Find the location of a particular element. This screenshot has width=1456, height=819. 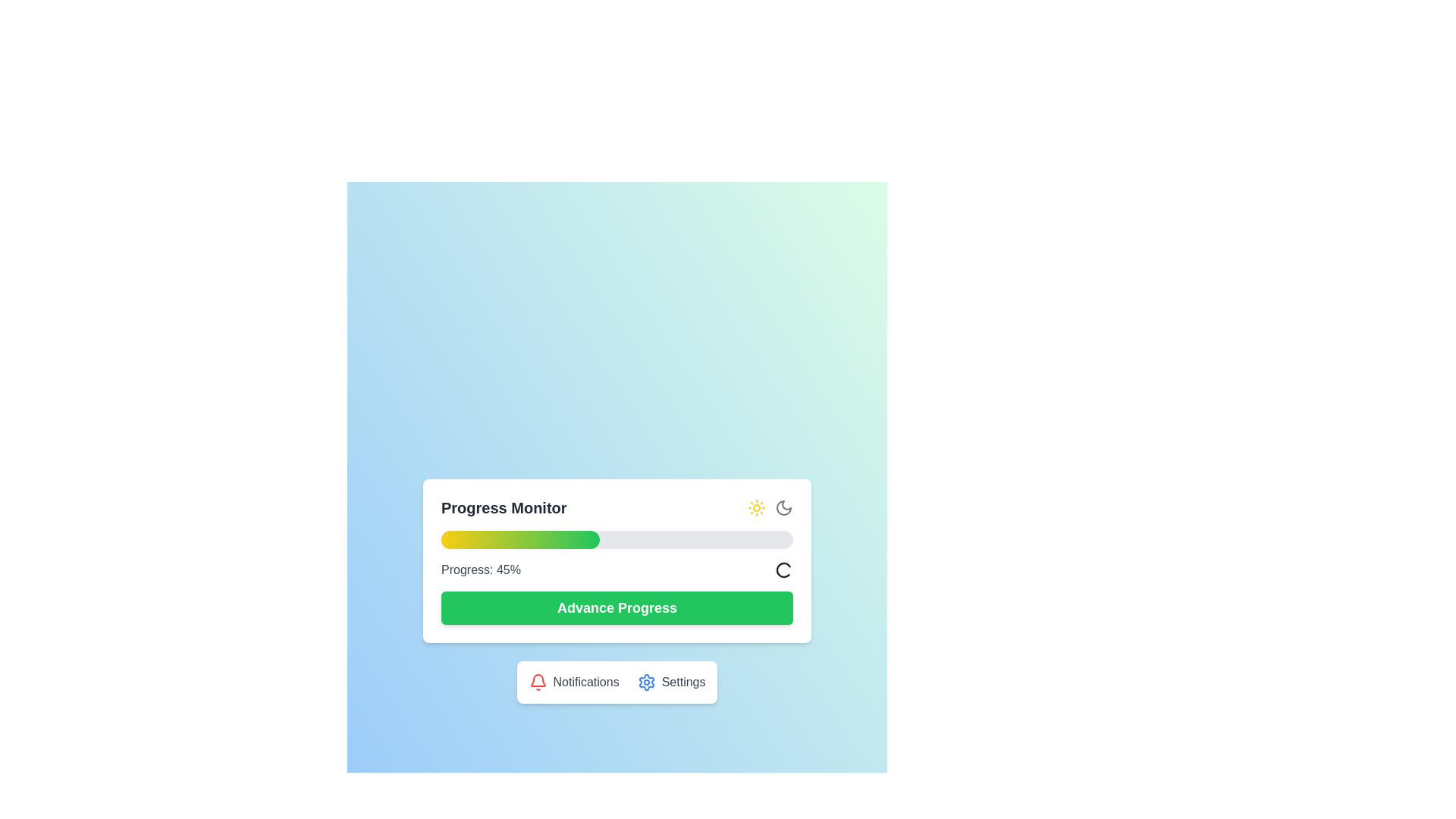

the Loader icon located in the top-right corner of the 'Progress Monitor' card, next to the progress description and the 'Advance Progress' button is located at coordinates (783, 570).